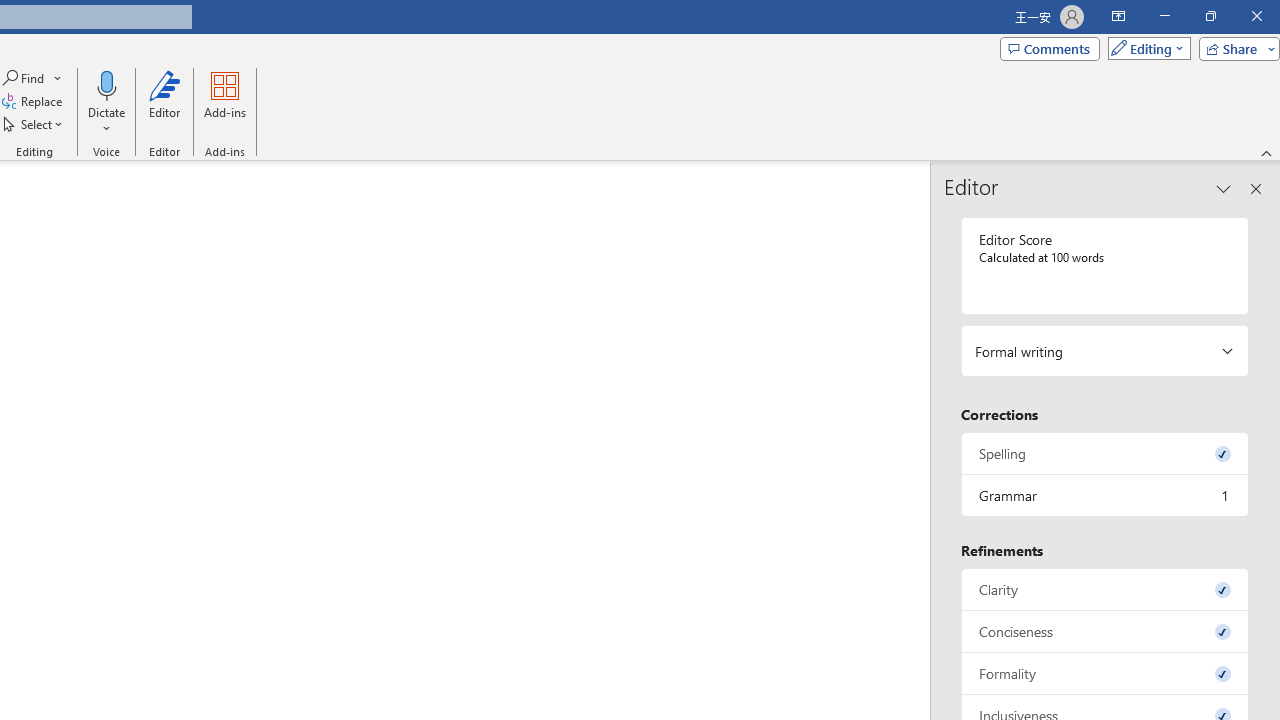  I want to click on 'Spelling, 0 issues. Press space or enter to review items.', so click(1104, 453).